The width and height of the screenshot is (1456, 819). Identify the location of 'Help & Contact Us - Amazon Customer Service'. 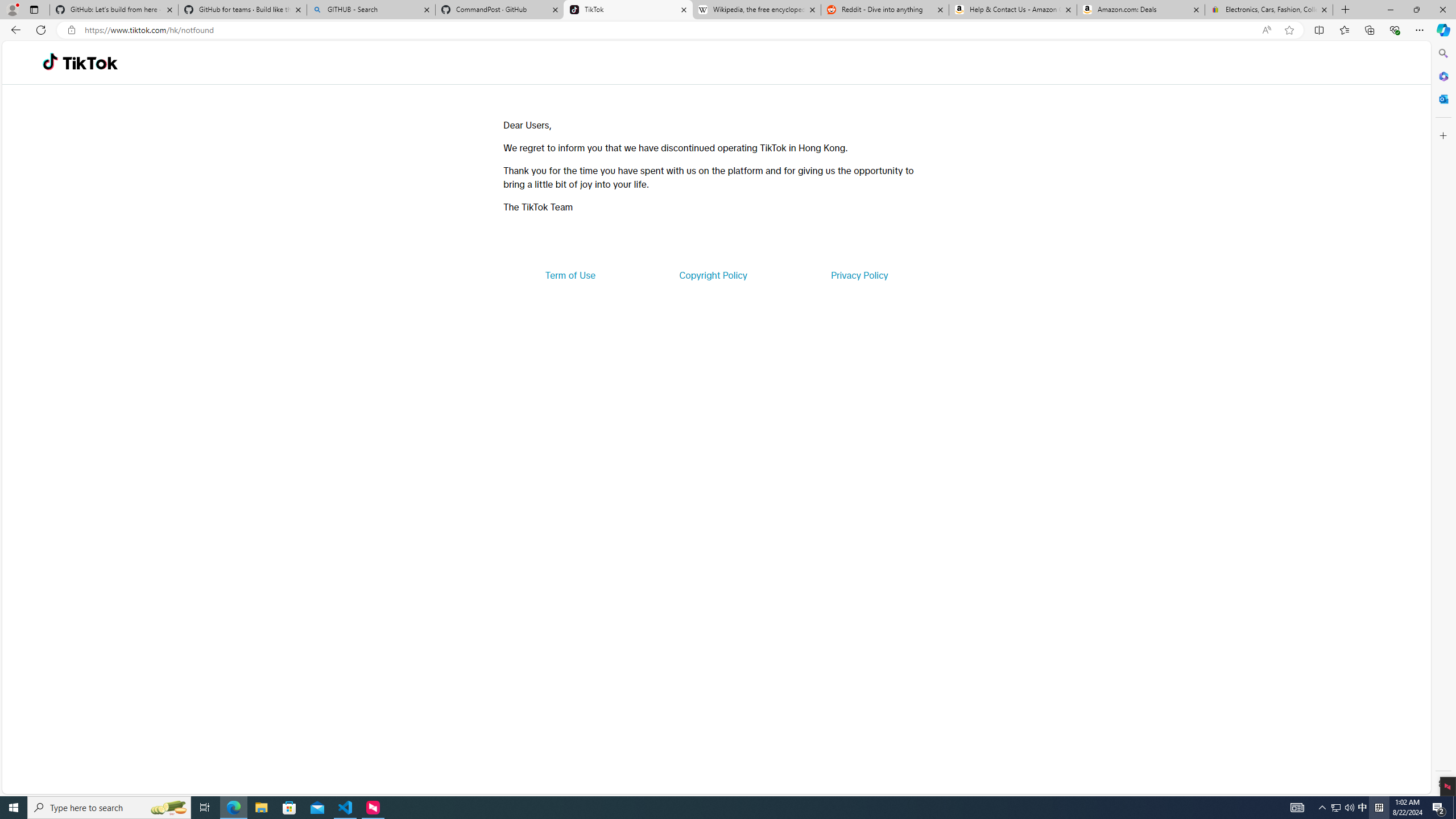
(1012, 9).